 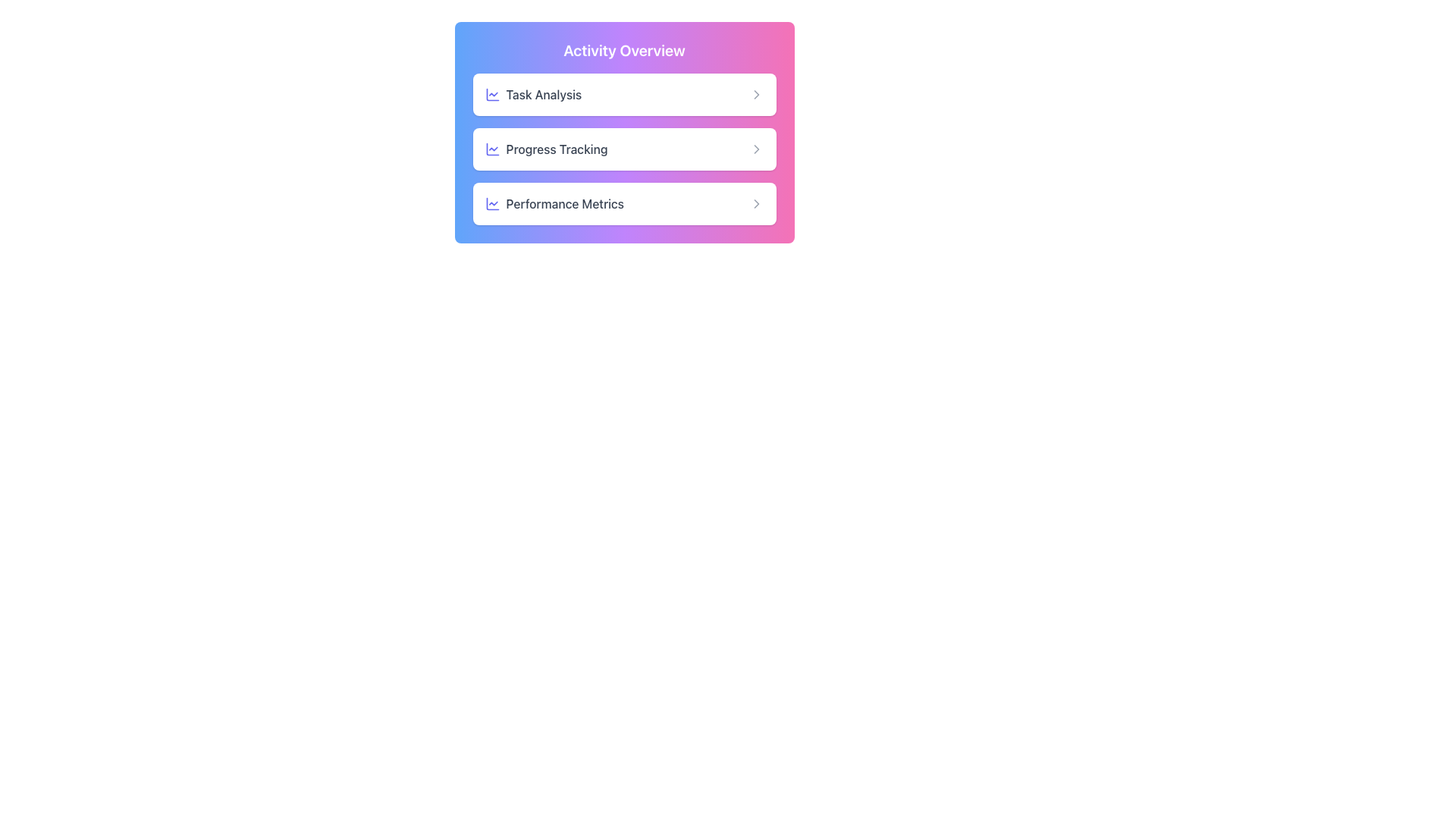 What do you see at coordinates (756, 149) in the screenshot?
I see `the chevron icon located to the far right within the 'Progress Tracking' button, which is one of three vertically stacked buttons under the 'Activity Overview' header` at bounding box center [756, 149].